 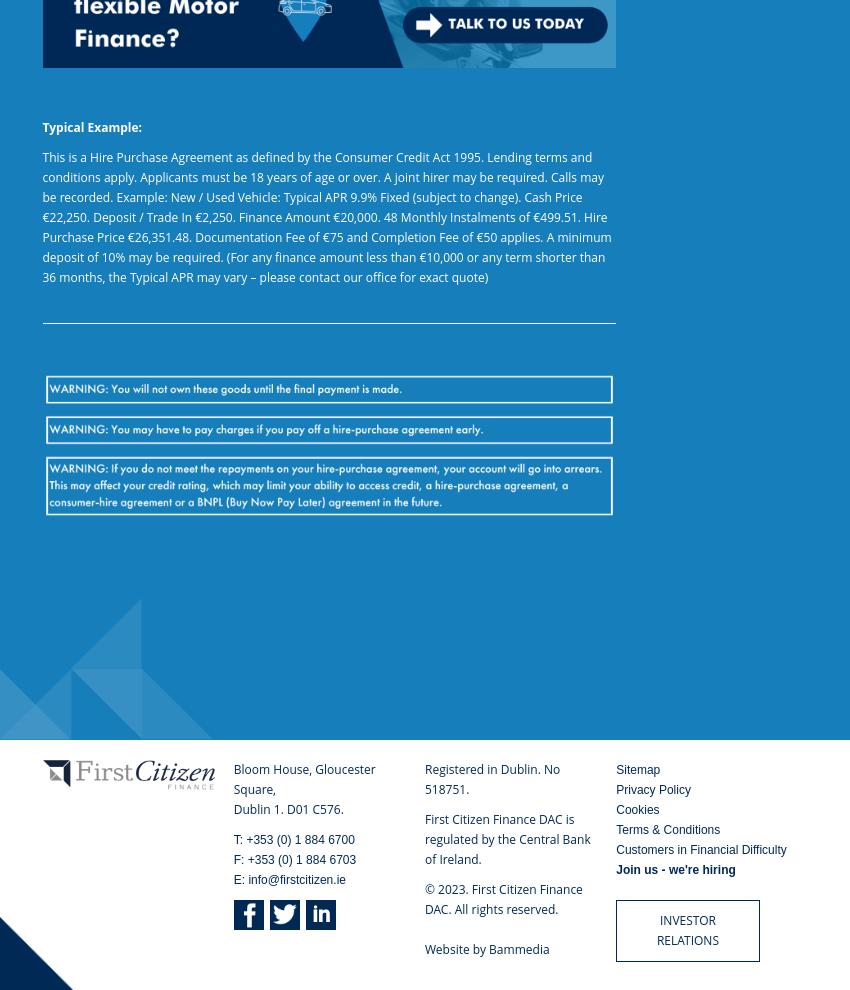 What do you see at coordinates (518, 949) in the screenshot?
I see `'Bammedia'` at bounding box center [518, 949].